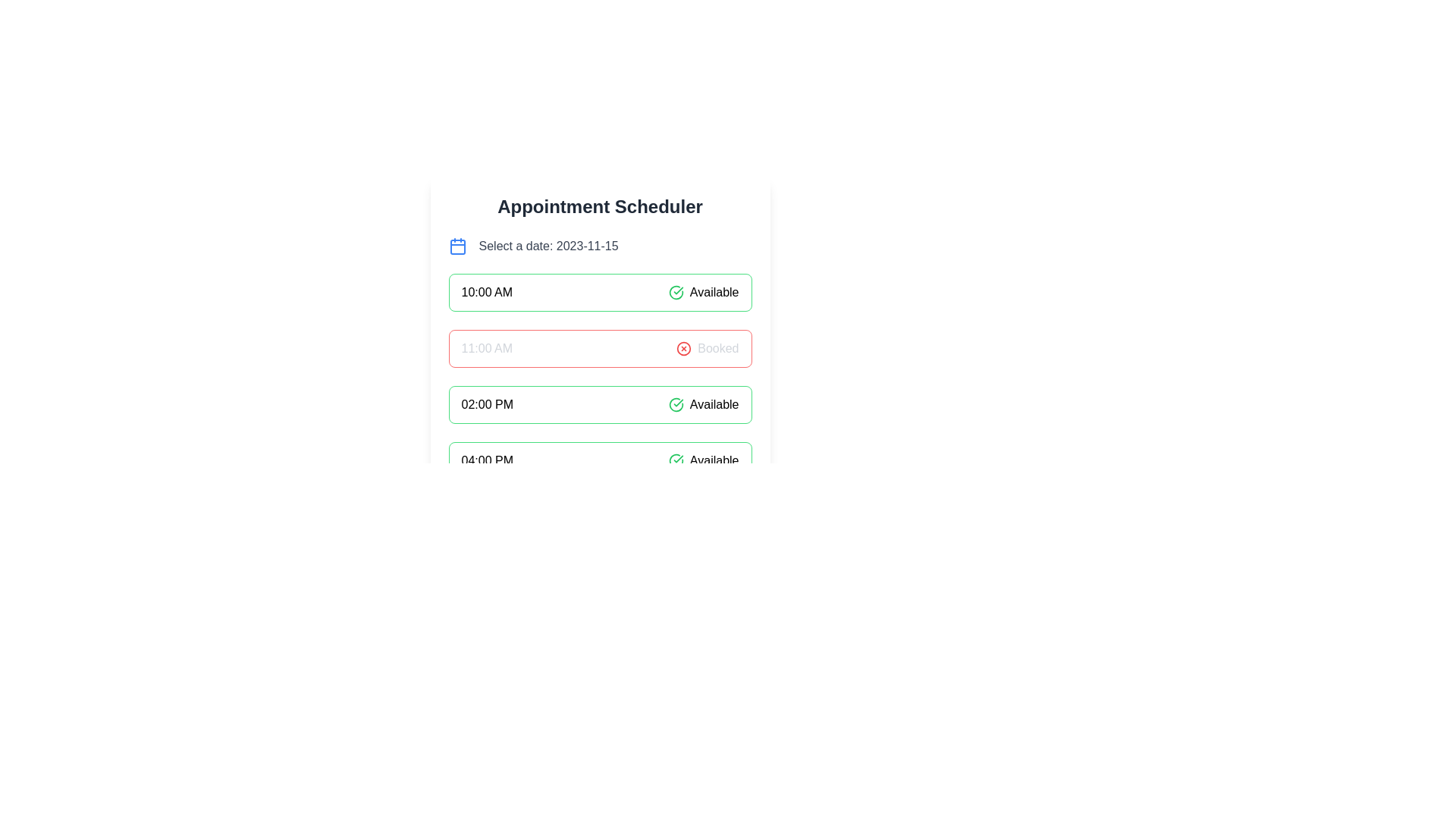 The image size is (1456, 819). What do you see at coordinates (714, 292) in the screenshot?
I see `the text label indicating availability status for the '10:00 AM' time slot in the appointment scheduler interface, located to the right of the green circular checkmark icon` at bounding box center [714, 292].